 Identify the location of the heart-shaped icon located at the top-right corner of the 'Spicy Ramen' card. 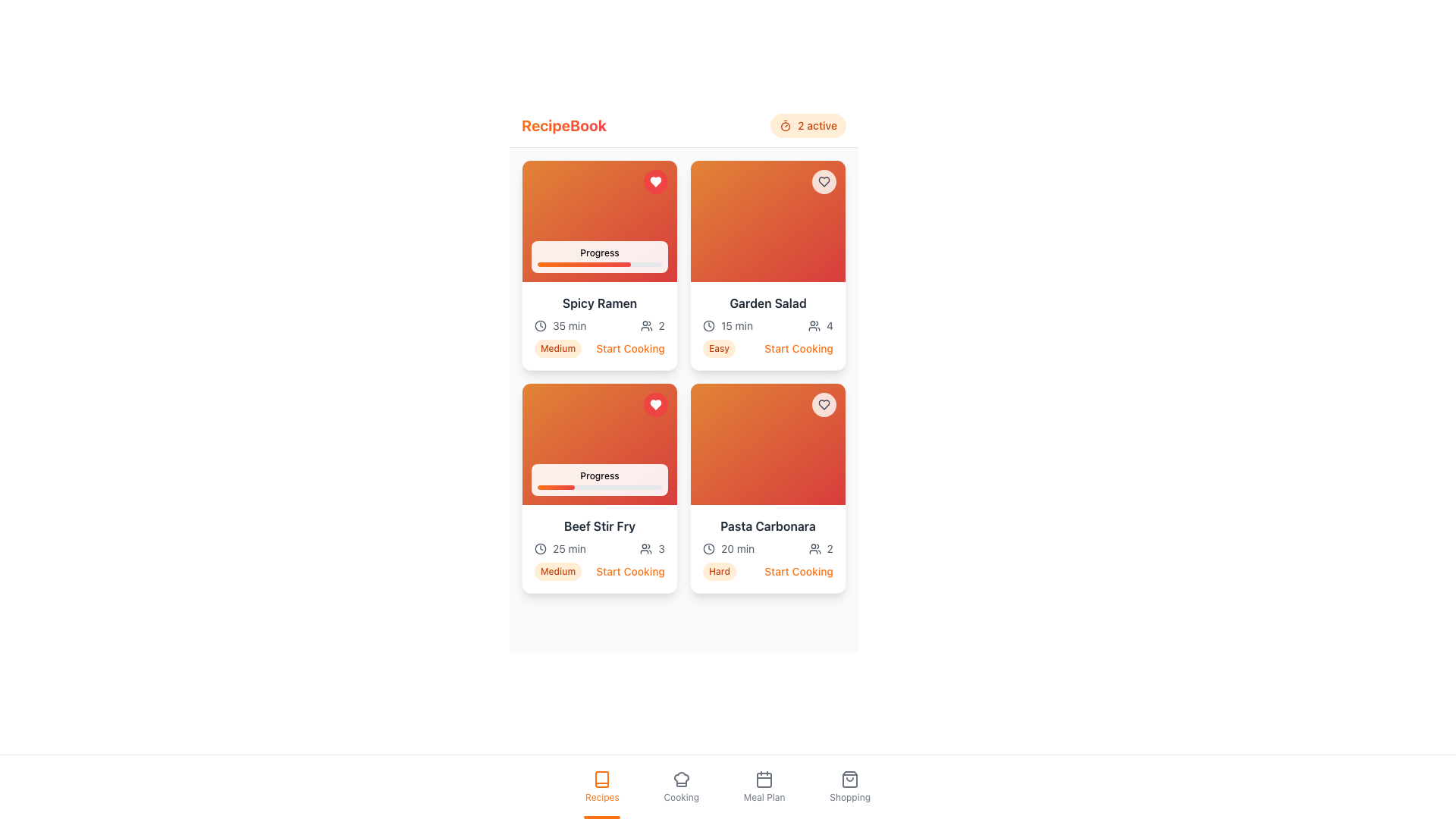
(823, 180).